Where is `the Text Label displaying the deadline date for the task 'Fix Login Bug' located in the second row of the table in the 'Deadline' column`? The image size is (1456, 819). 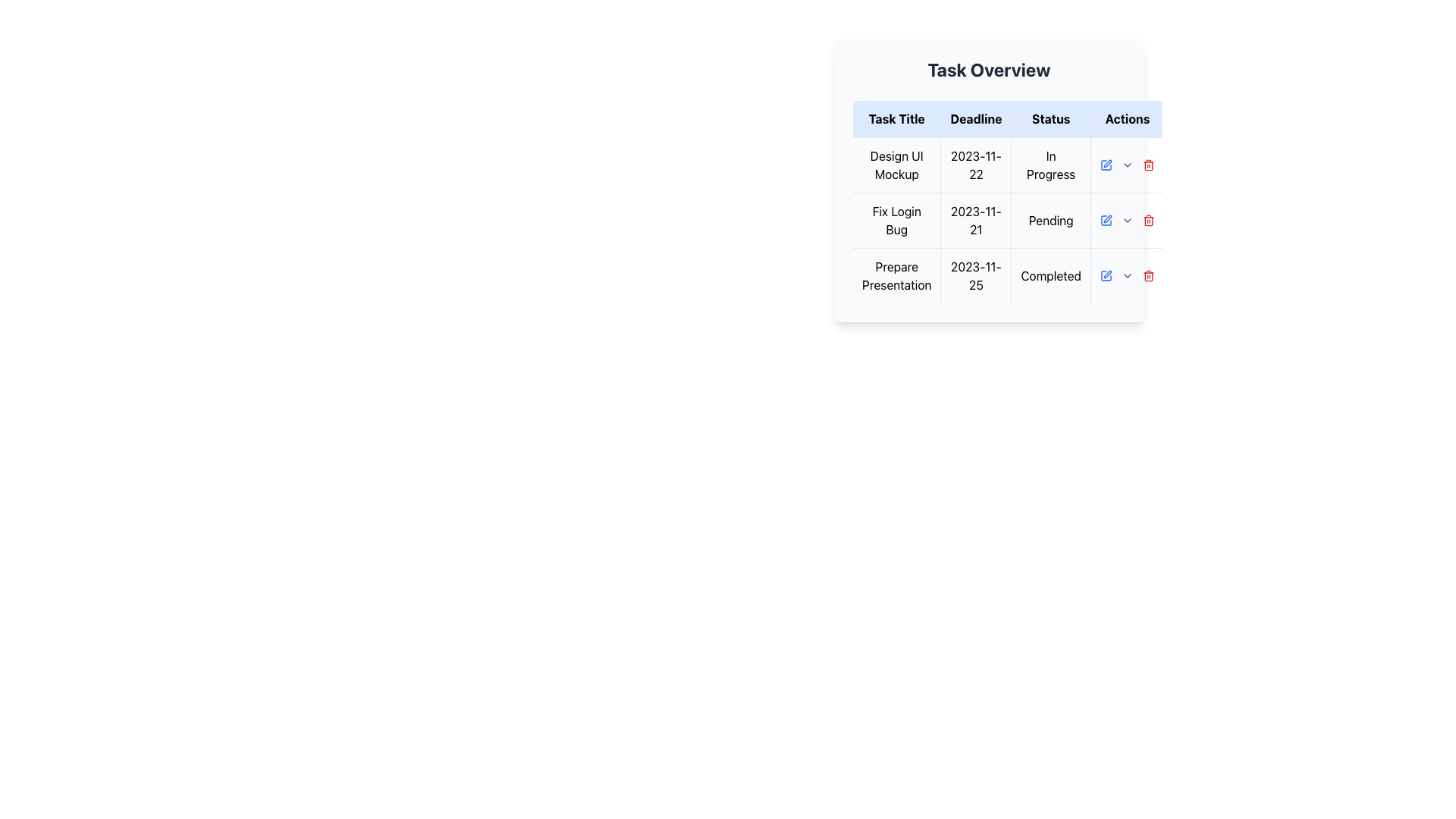 the Text Label displaying the deadline date for the task 'Fix Login Bug' located in the second row of the table in the 'Deadline' column is located at coordinates (976, 220).